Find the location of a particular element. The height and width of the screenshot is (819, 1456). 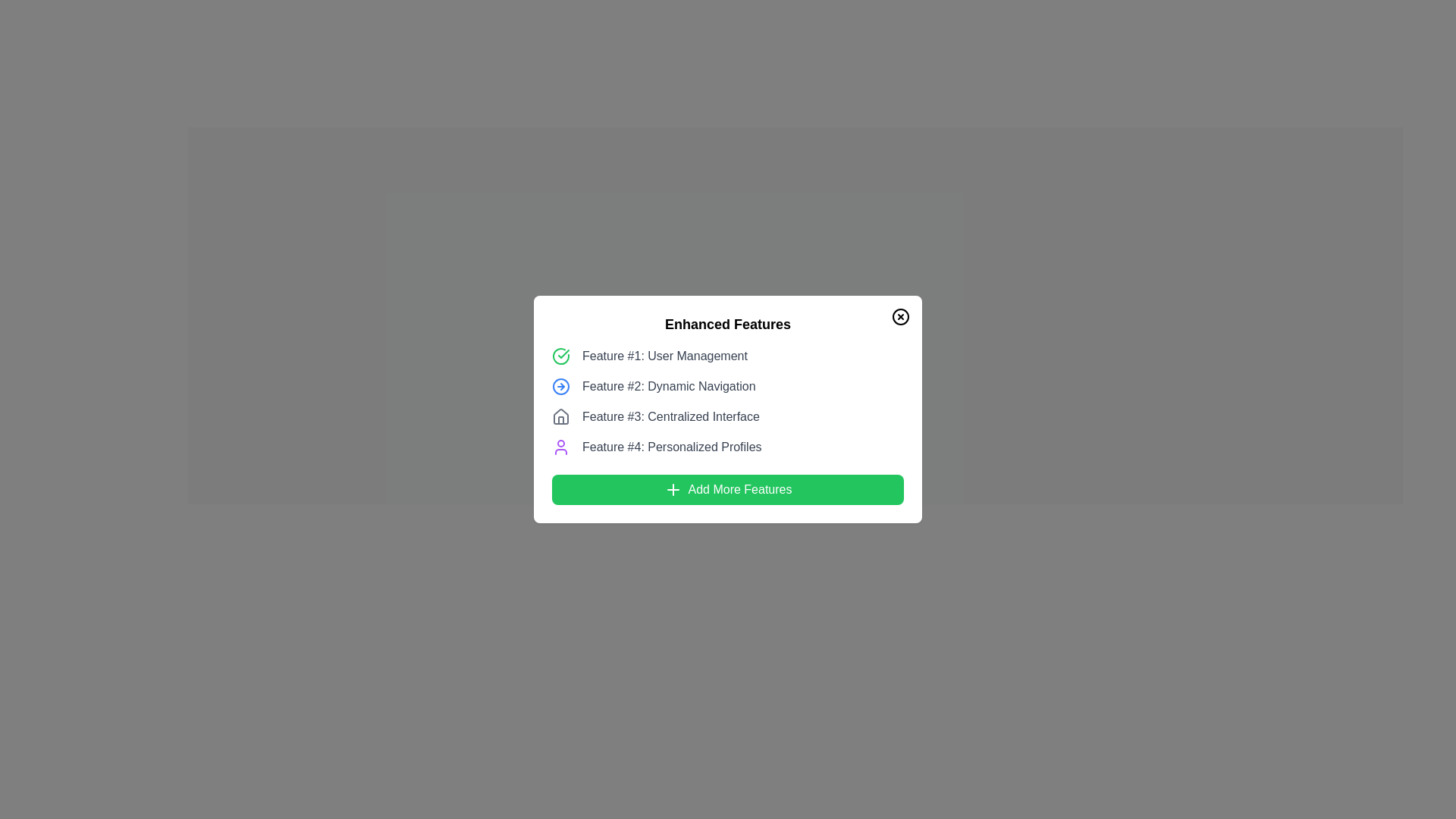

the button located at the bottom of the 'Enhanced Features' dialog box is located at coordinates (728, 489).